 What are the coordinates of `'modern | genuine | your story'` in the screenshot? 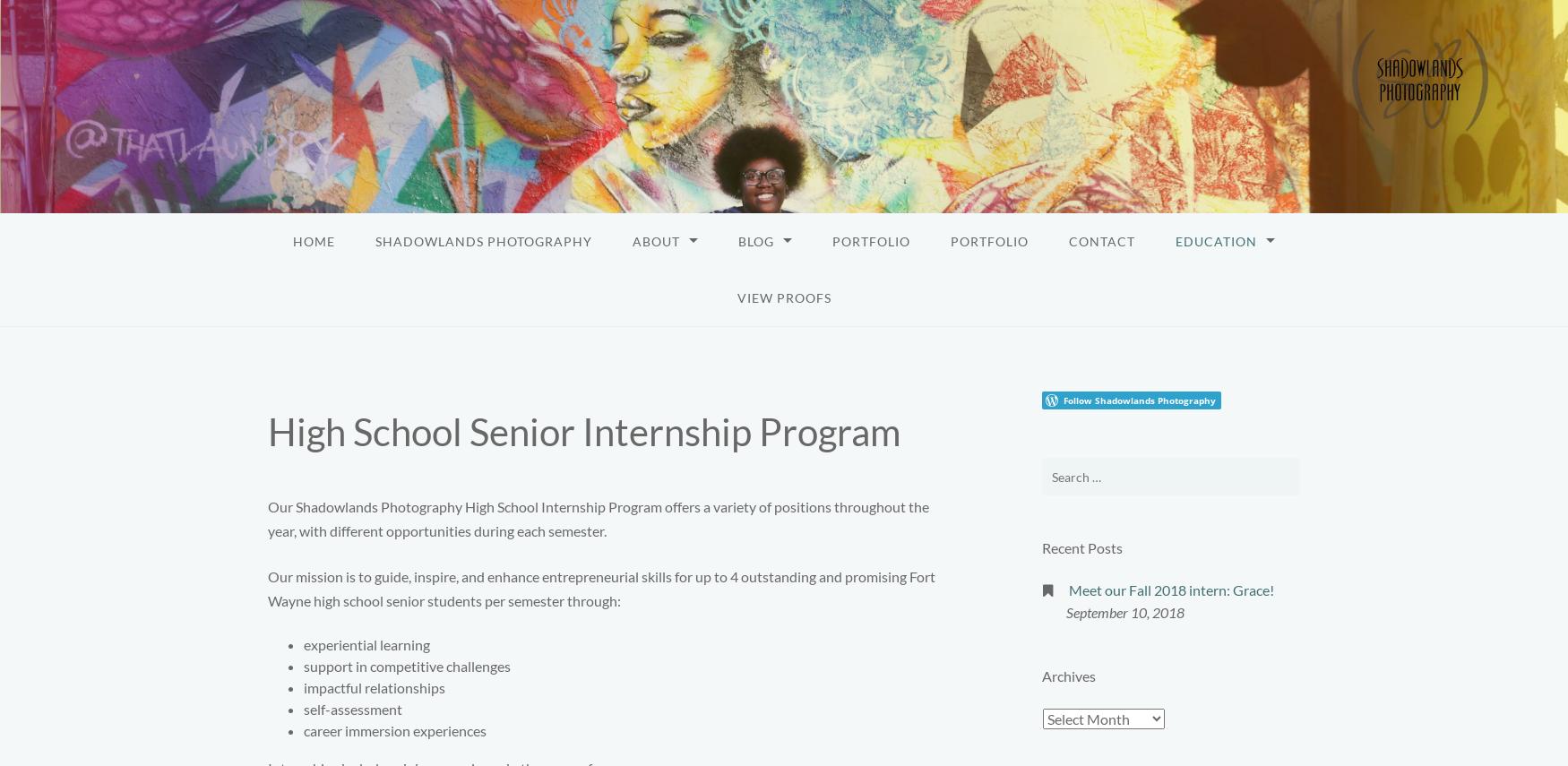 It's located at (111, 56).